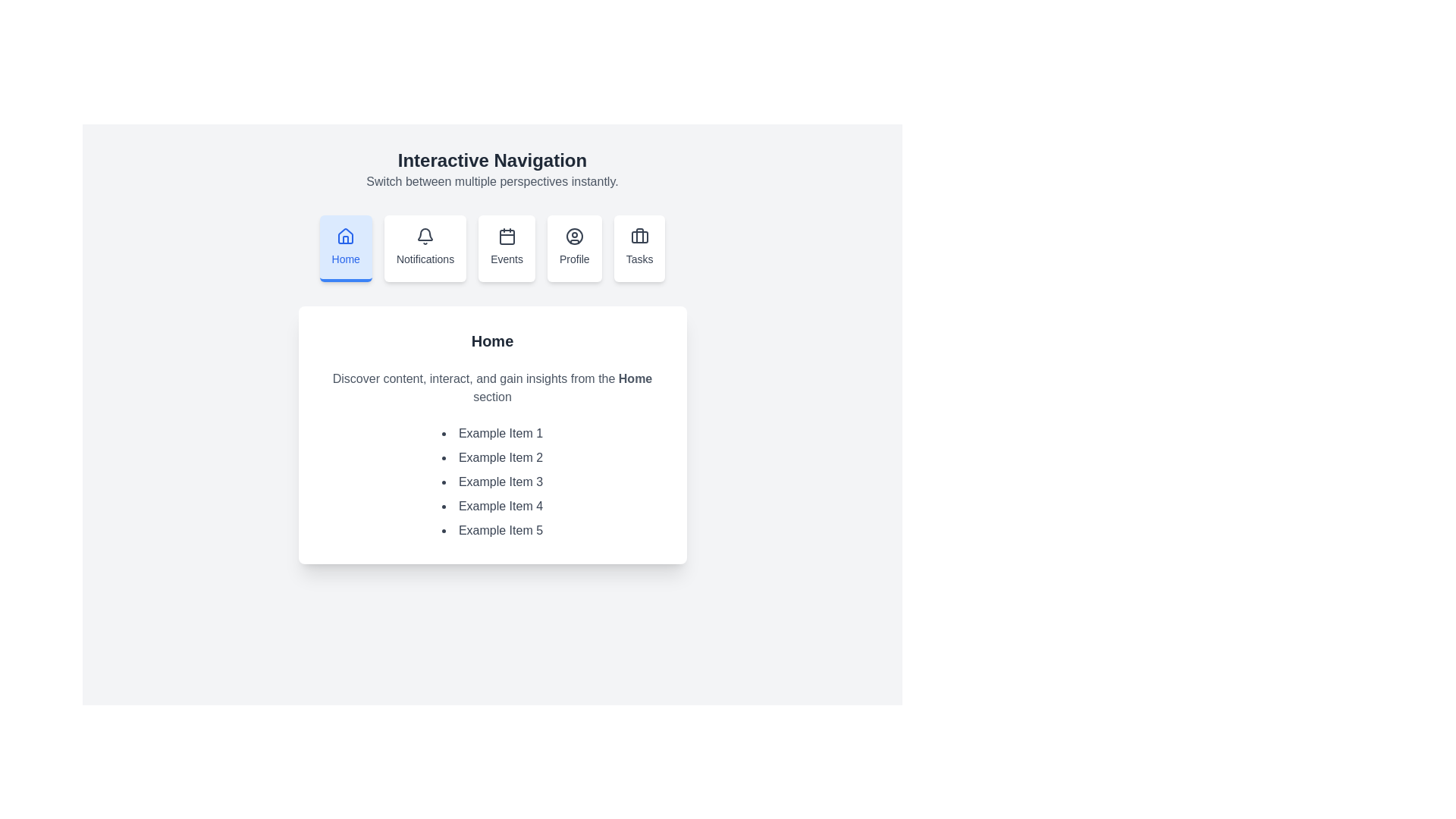 The height and width of the screenshot is (819, 1456). What do you see at coordinates (639, 259) in the screenshot?
I see `text label that identifies the navigation button for accessing the 'Tasks' section, located at the bottom of the button in the top navigation area` at bounding box center [639, 259].